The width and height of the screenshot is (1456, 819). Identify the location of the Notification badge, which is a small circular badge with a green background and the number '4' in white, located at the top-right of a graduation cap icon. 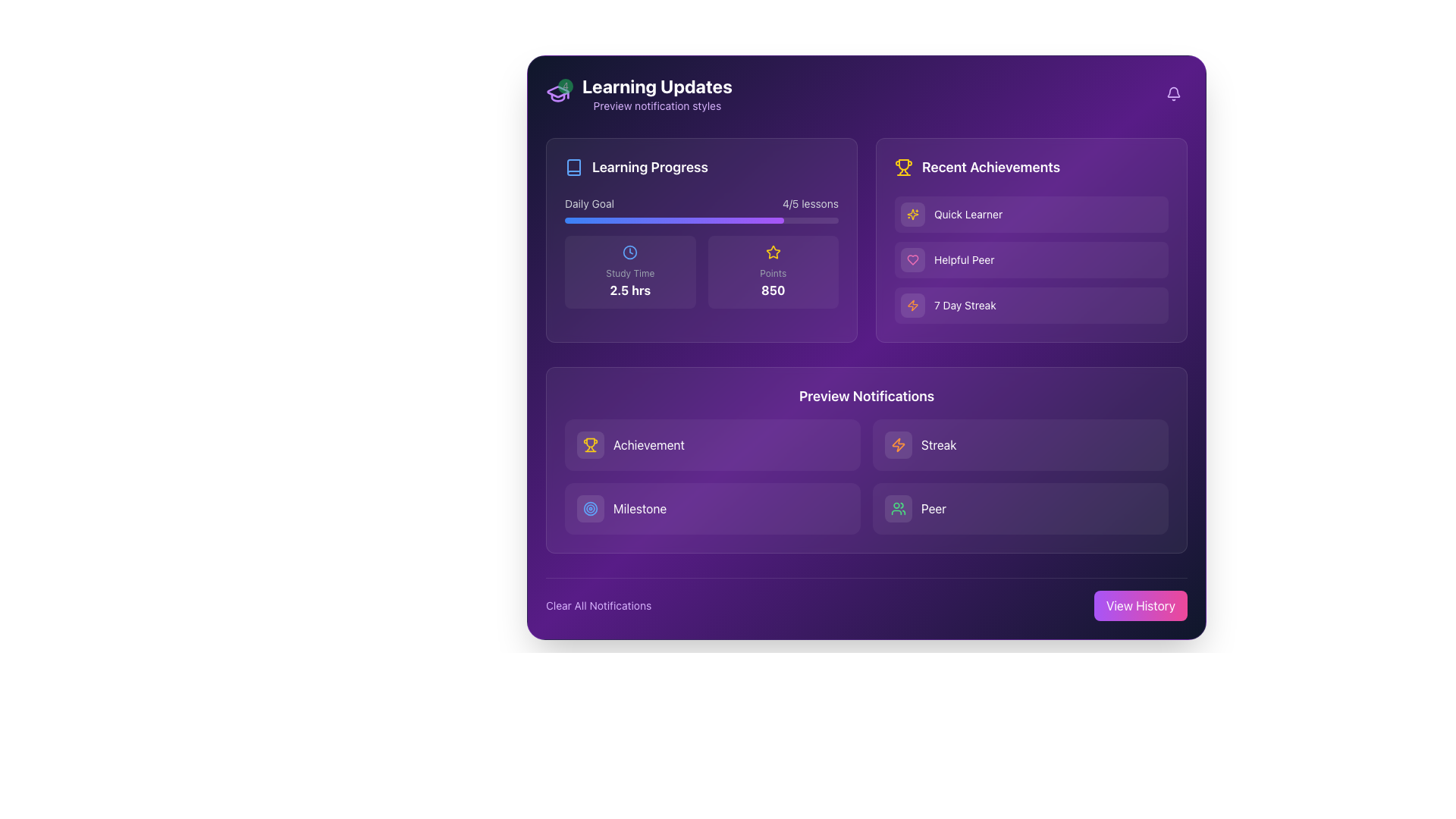
(564, 86).